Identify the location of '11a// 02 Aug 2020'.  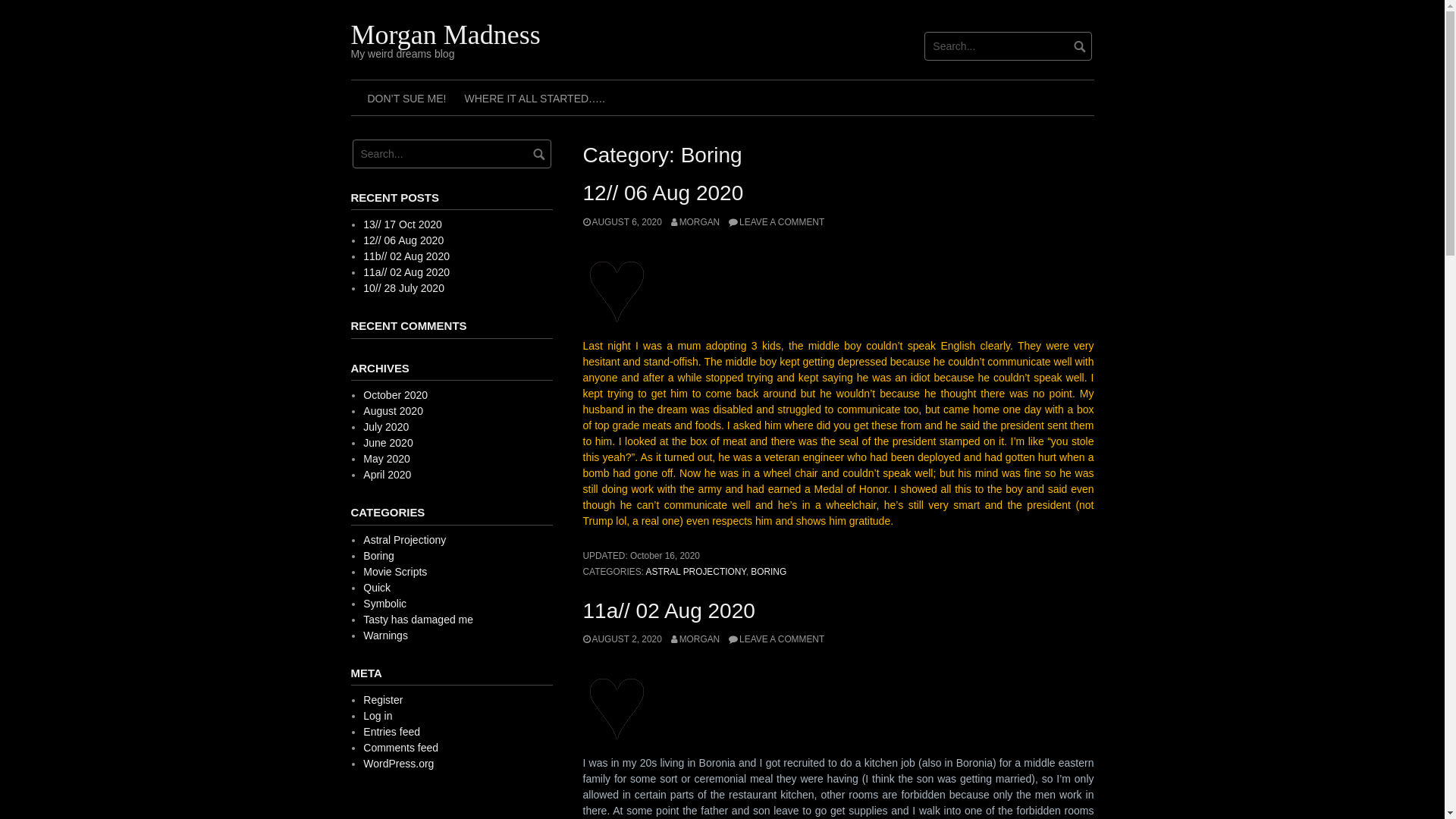
(667, 610).